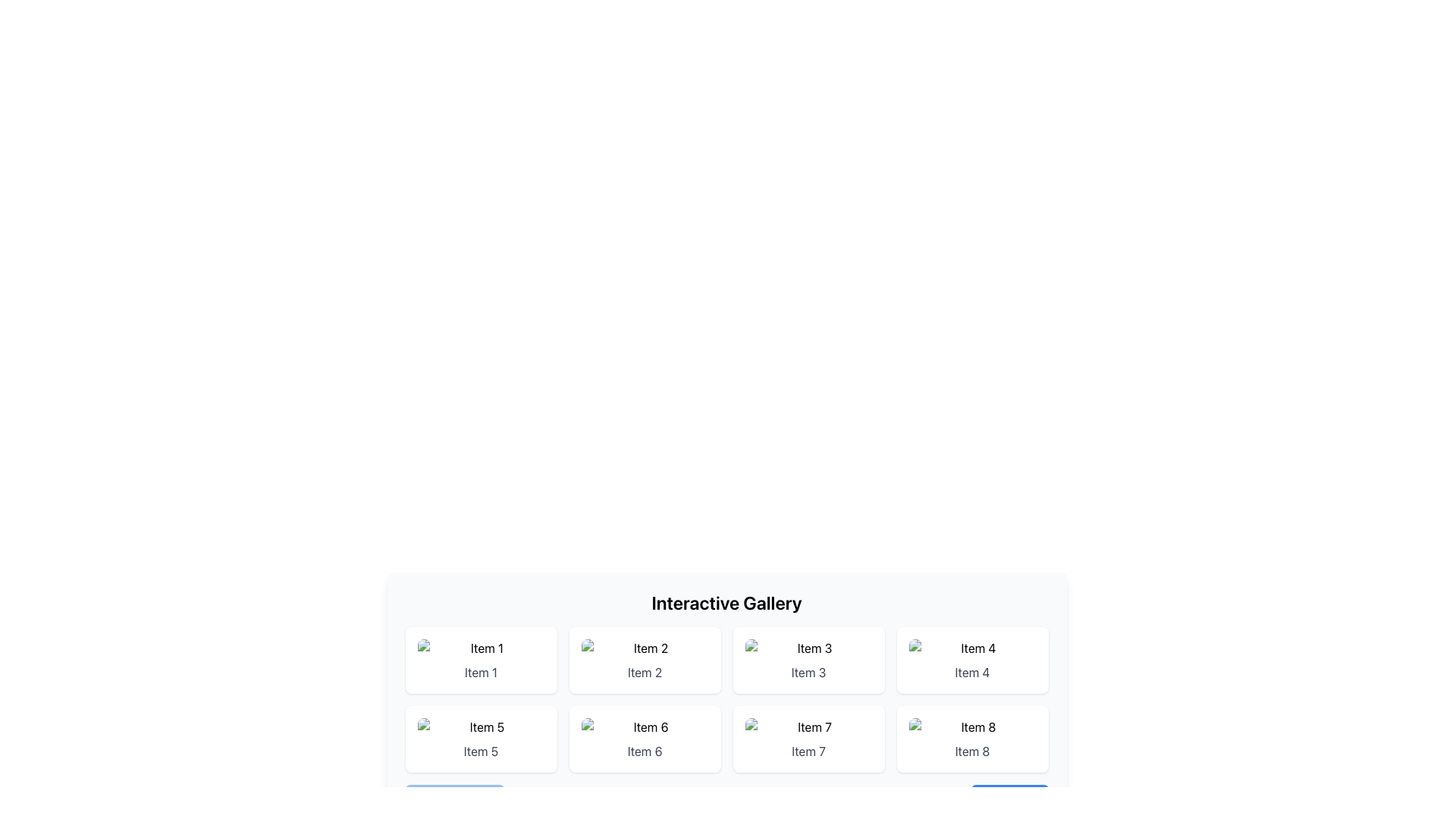  I want to click on the entire area of the Card component displaying the label 'Item 7' located in the second row, third column of the grid layout for selection, so click(808, 739).